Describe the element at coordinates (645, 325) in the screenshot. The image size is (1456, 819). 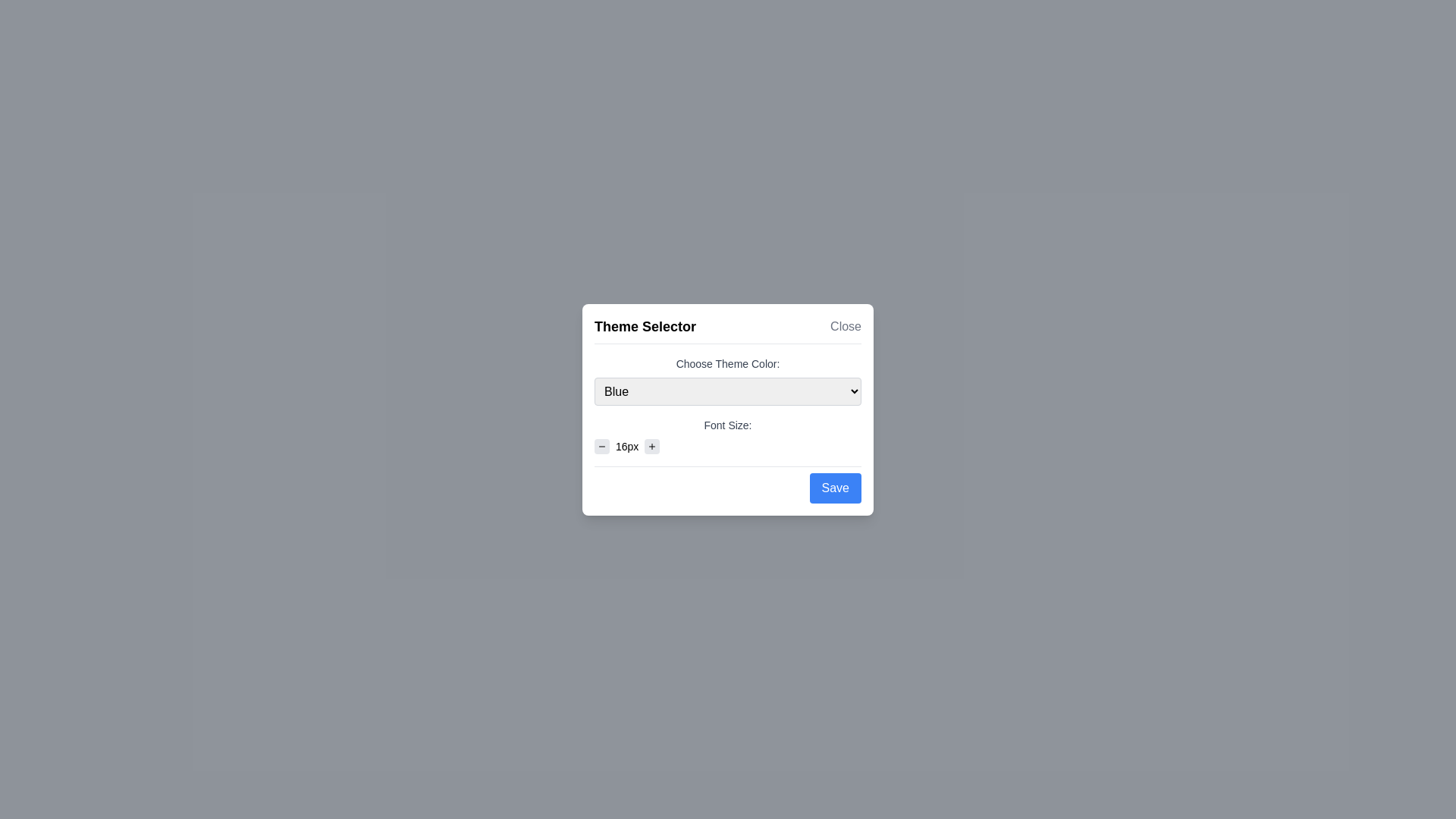
I see `the bold text label displaying 'Theme Selector', which is located in the header bar of the pop-up interface` at that location.